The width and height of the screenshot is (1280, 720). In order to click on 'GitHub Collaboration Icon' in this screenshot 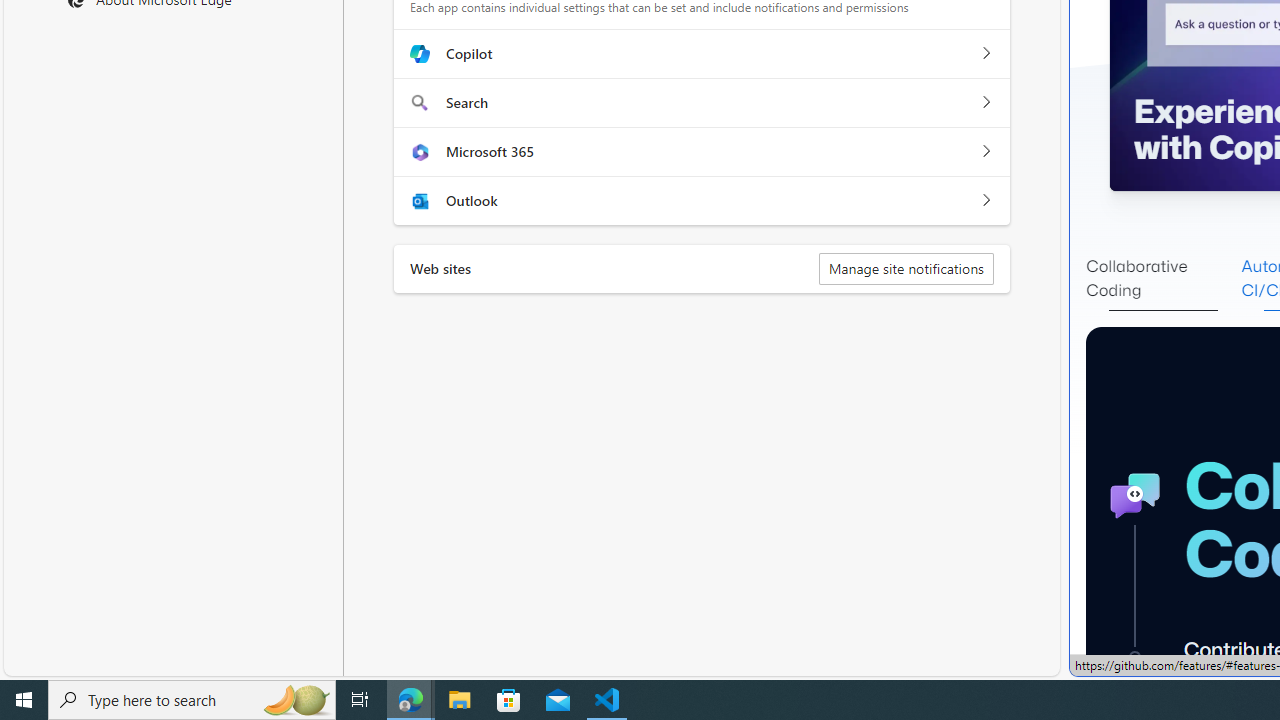, I will do `click(1135, 495)`.